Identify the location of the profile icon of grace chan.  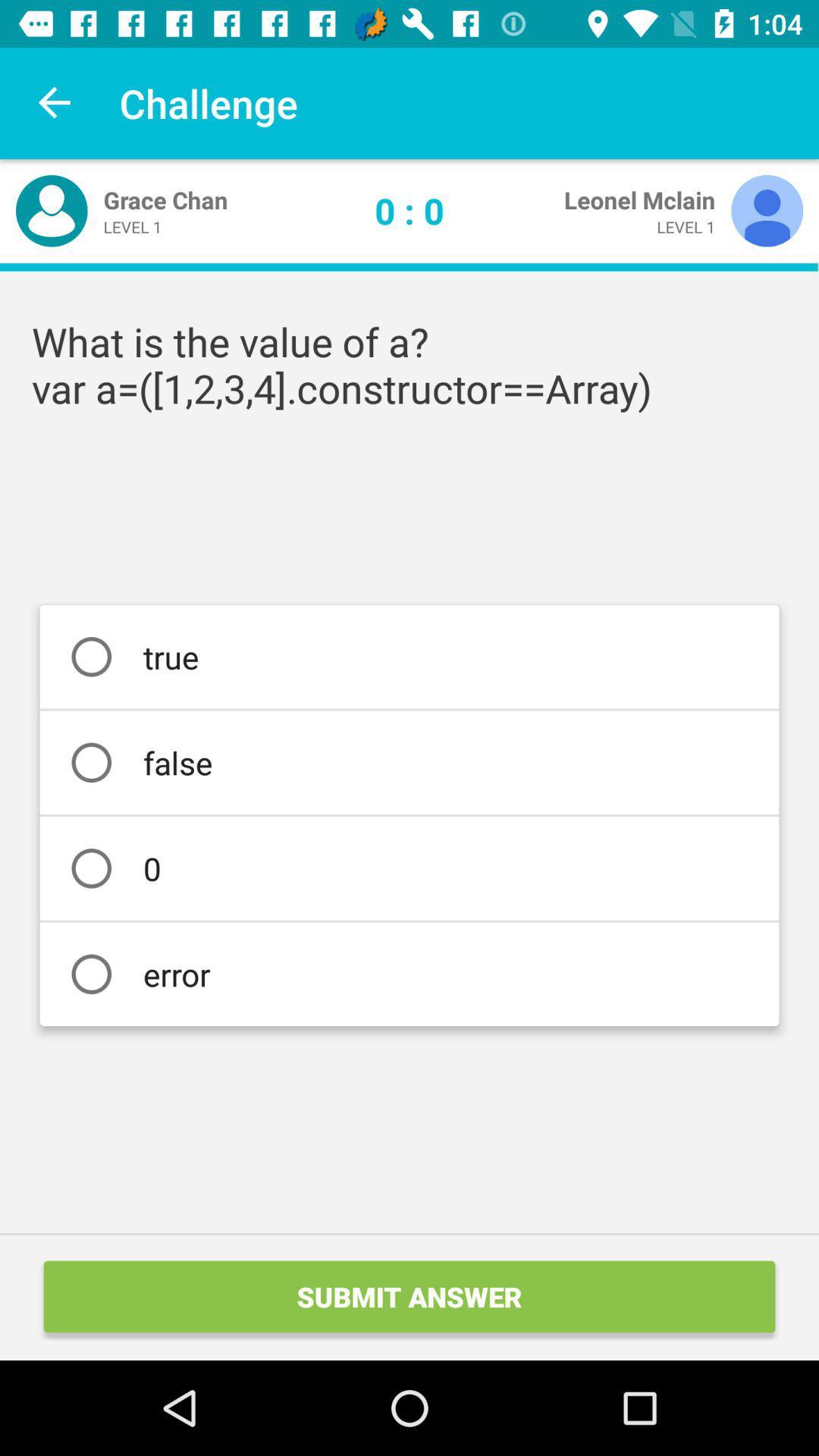
(51, 210).